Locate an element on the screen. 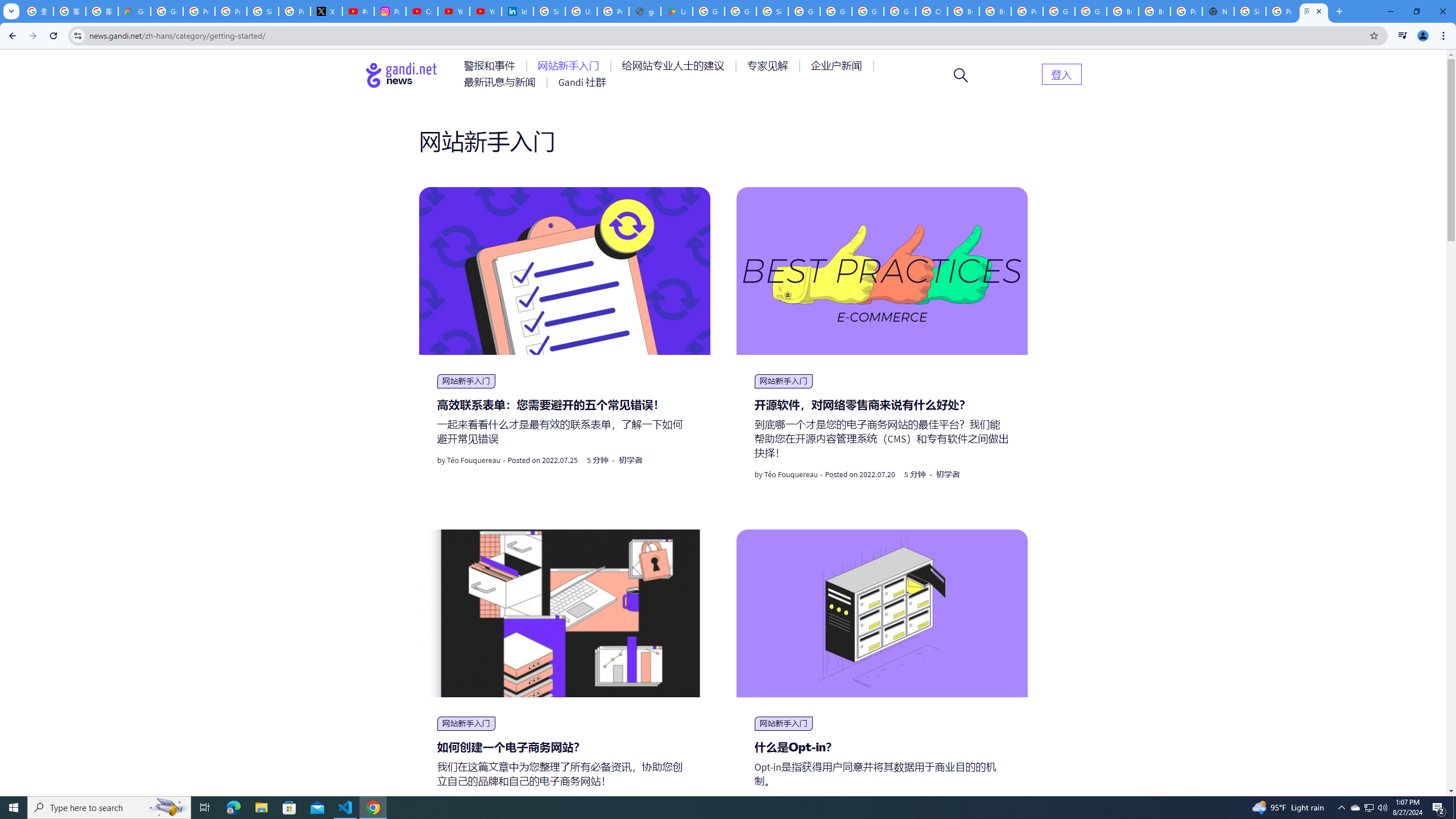  'AutomationID: menu-item-77765' is located at coordinates (838, 65).